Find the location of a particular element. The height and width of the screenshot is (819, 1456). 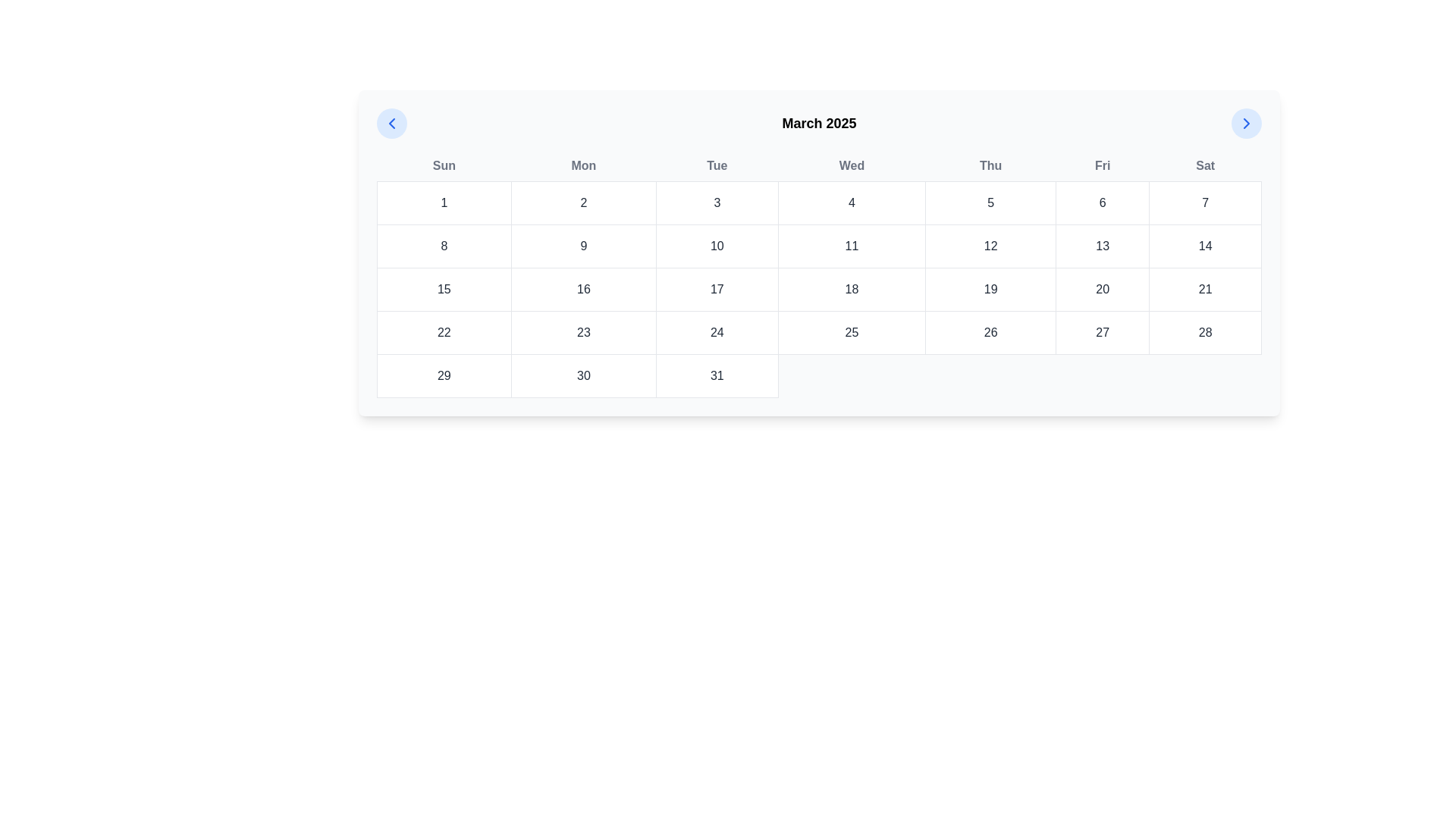

the calendar cell representing March 24, 2025, to change its background color is located at coordinates (716, 332).